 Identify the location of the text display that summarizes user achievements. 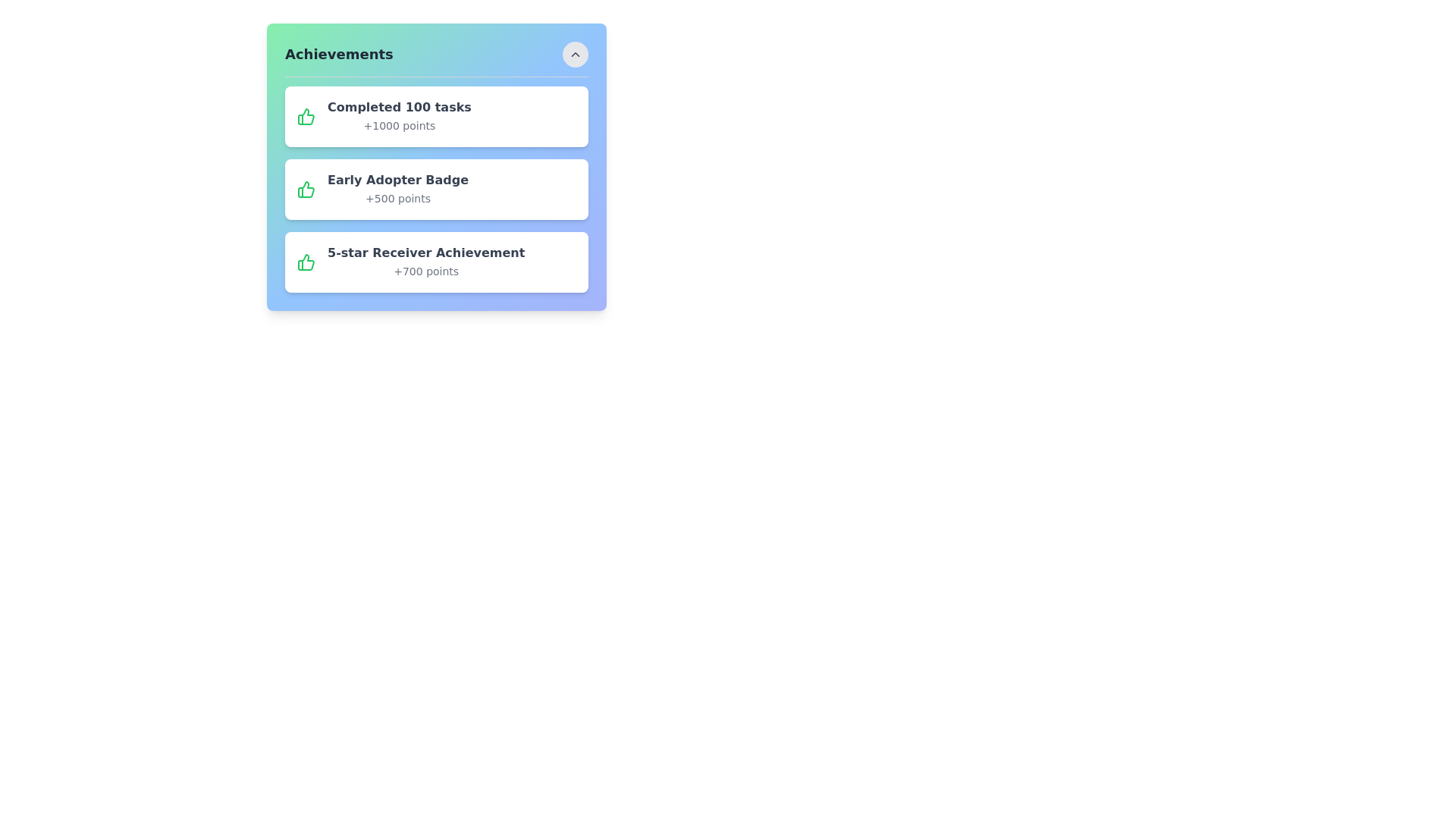
(399, 116).